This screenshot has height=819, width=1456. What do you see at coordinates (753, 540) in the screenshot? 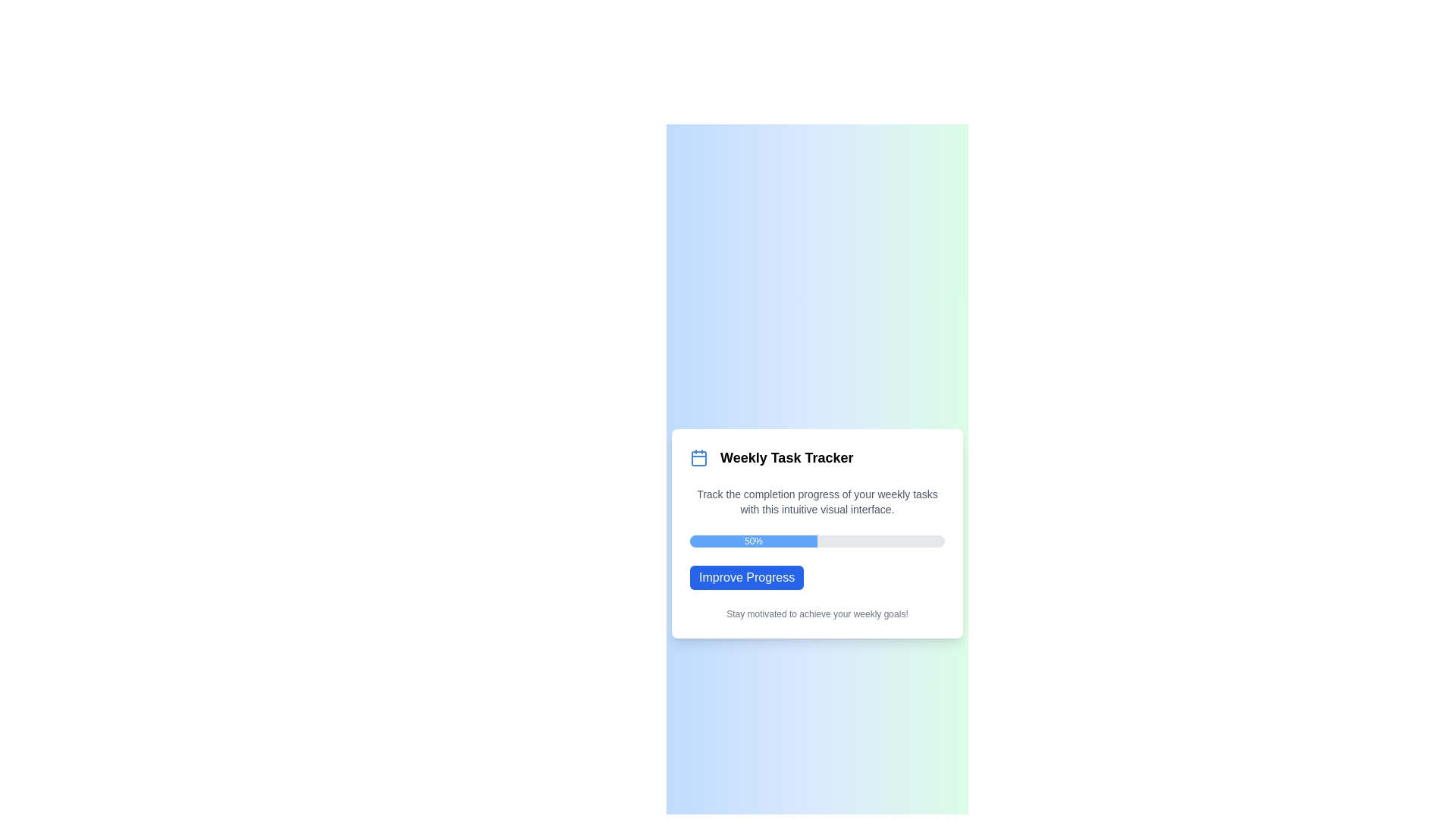
I see `the Progress Bar Segment displaying '50%' with a blue background` at bounding box center [753, 540].